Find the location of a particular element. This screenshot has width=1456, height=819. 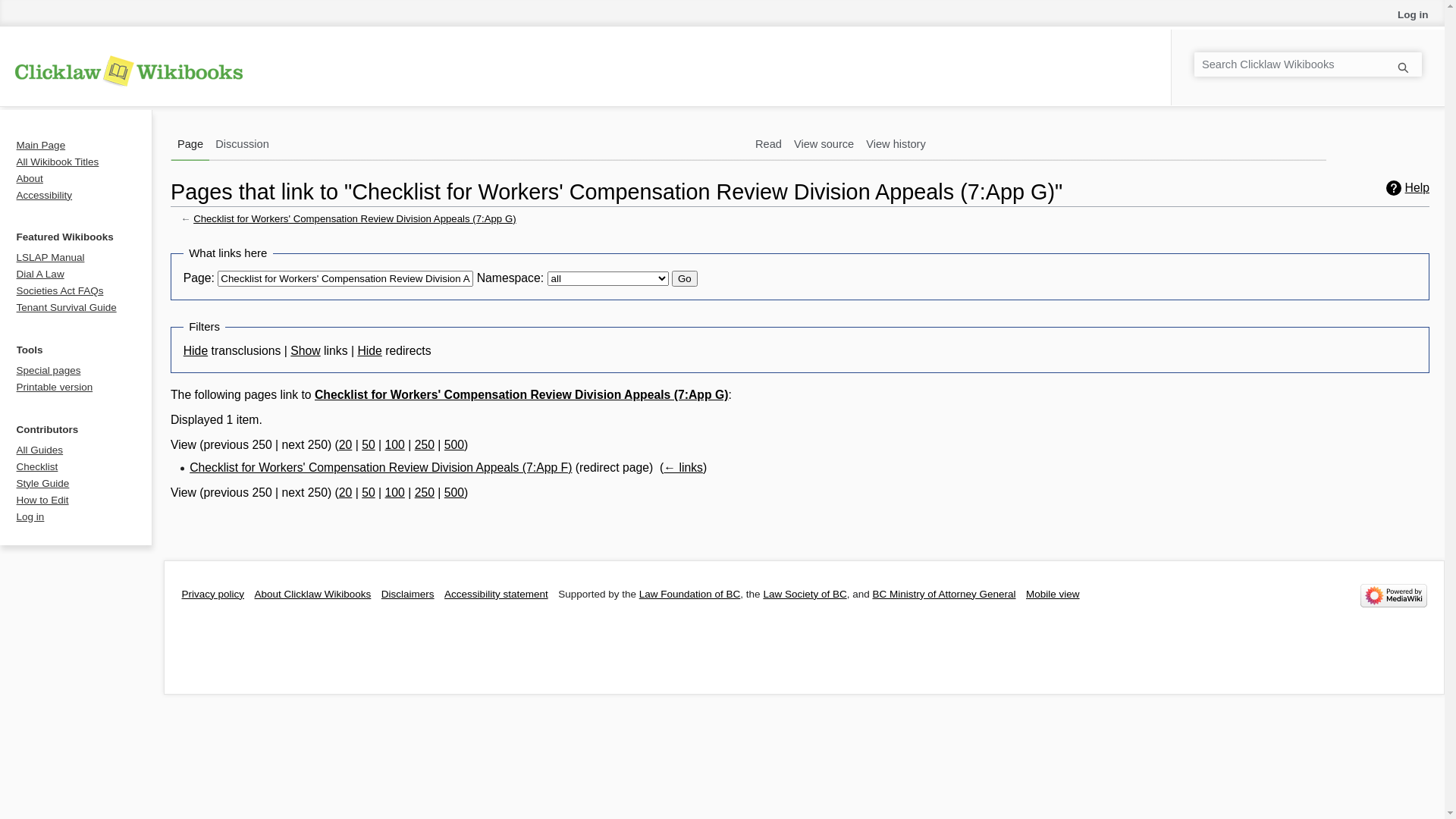

'View history' is located at coordinates (896, 141).